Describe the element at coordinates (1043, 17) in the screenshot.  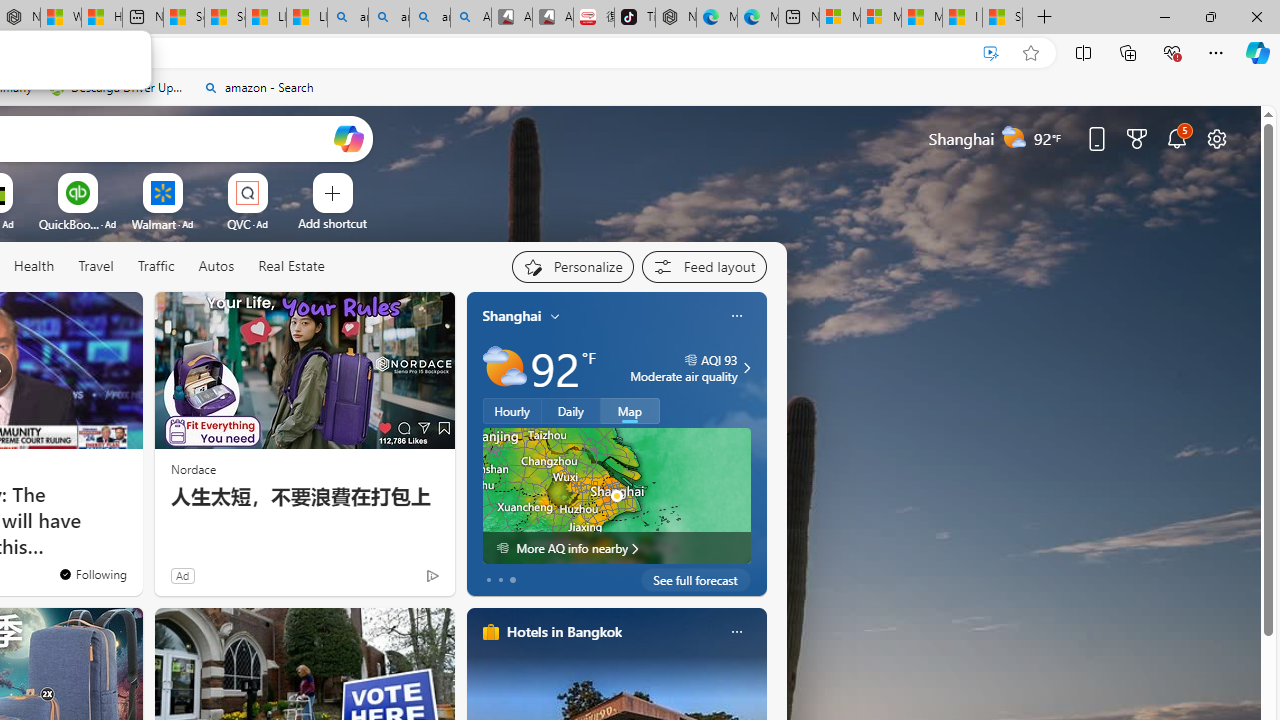
I see `'New Tab'` at that location.